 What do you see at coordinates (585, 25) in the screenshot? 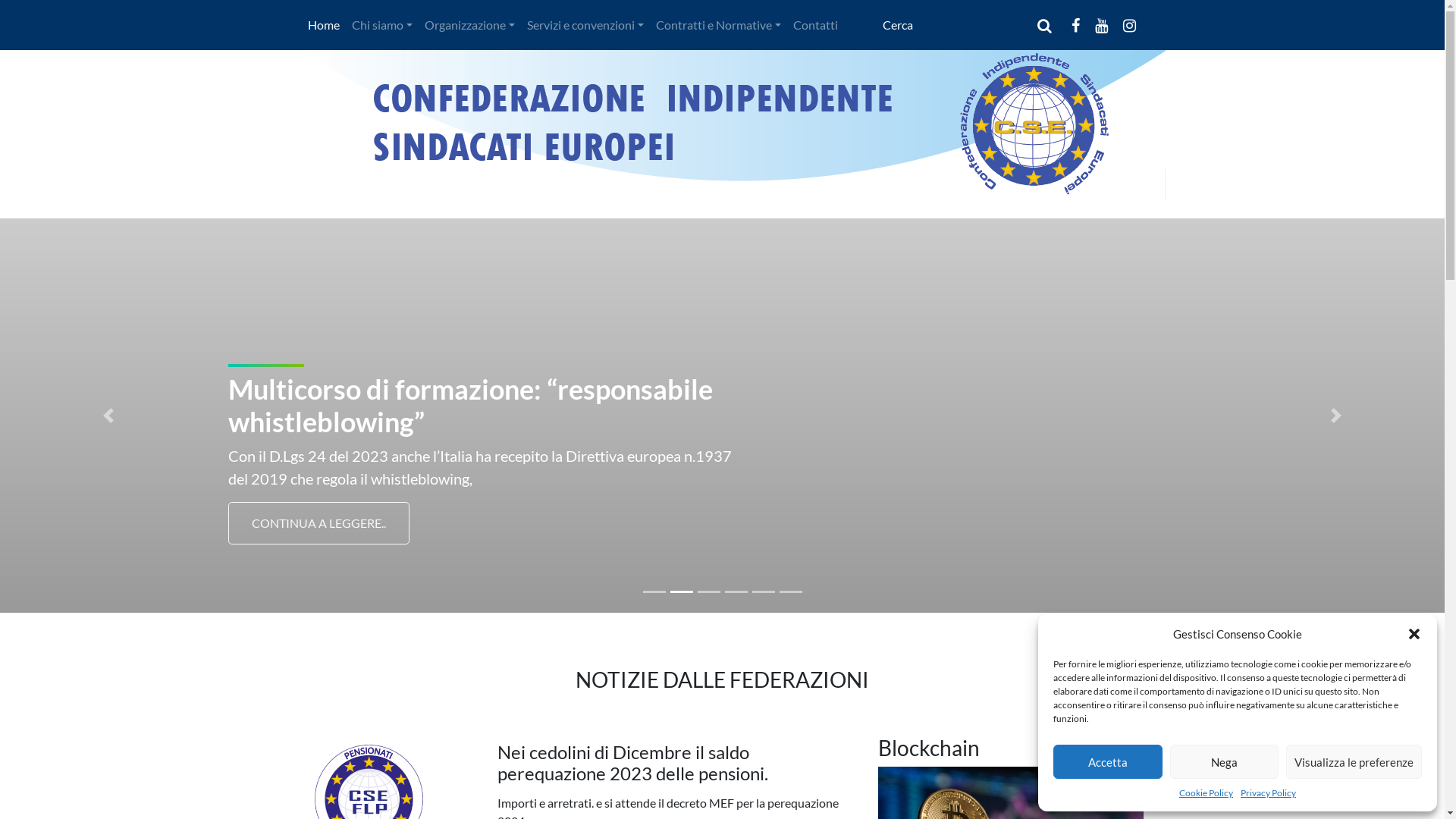
I see `'Servizi e convenzioni'` at bounding box center [585, 25].